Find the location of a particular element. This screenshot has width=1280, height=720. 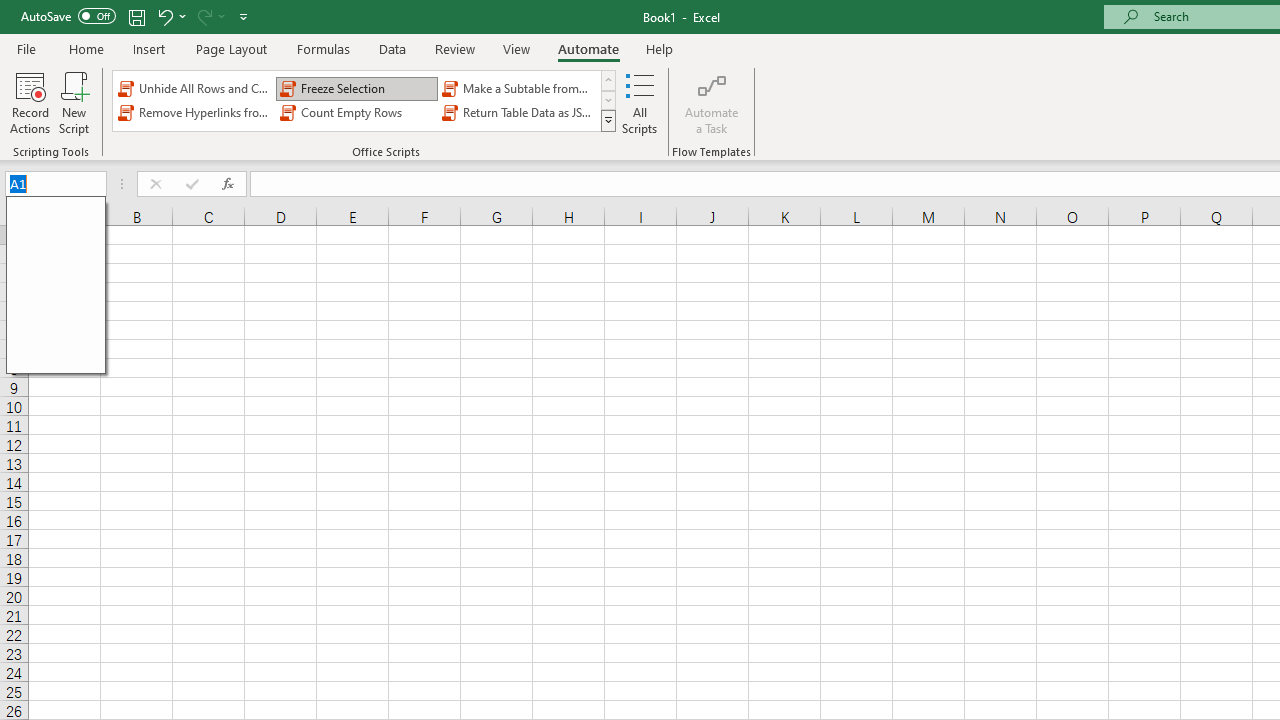

'Return Table Data as JSON' is located at coordinates (519, 113).